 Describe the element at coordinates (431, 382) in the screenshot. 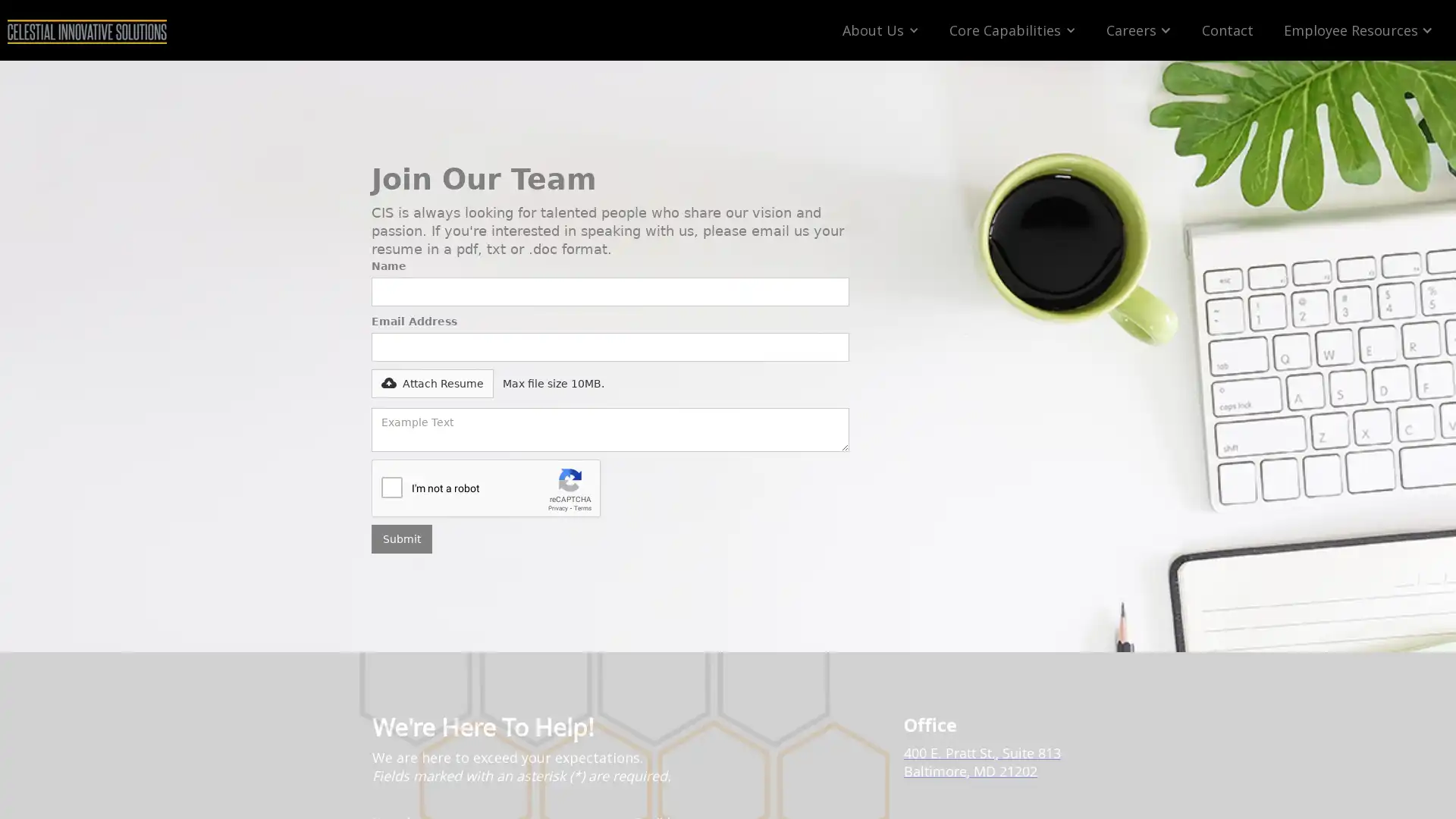

I see `Attach Resume` at that location.